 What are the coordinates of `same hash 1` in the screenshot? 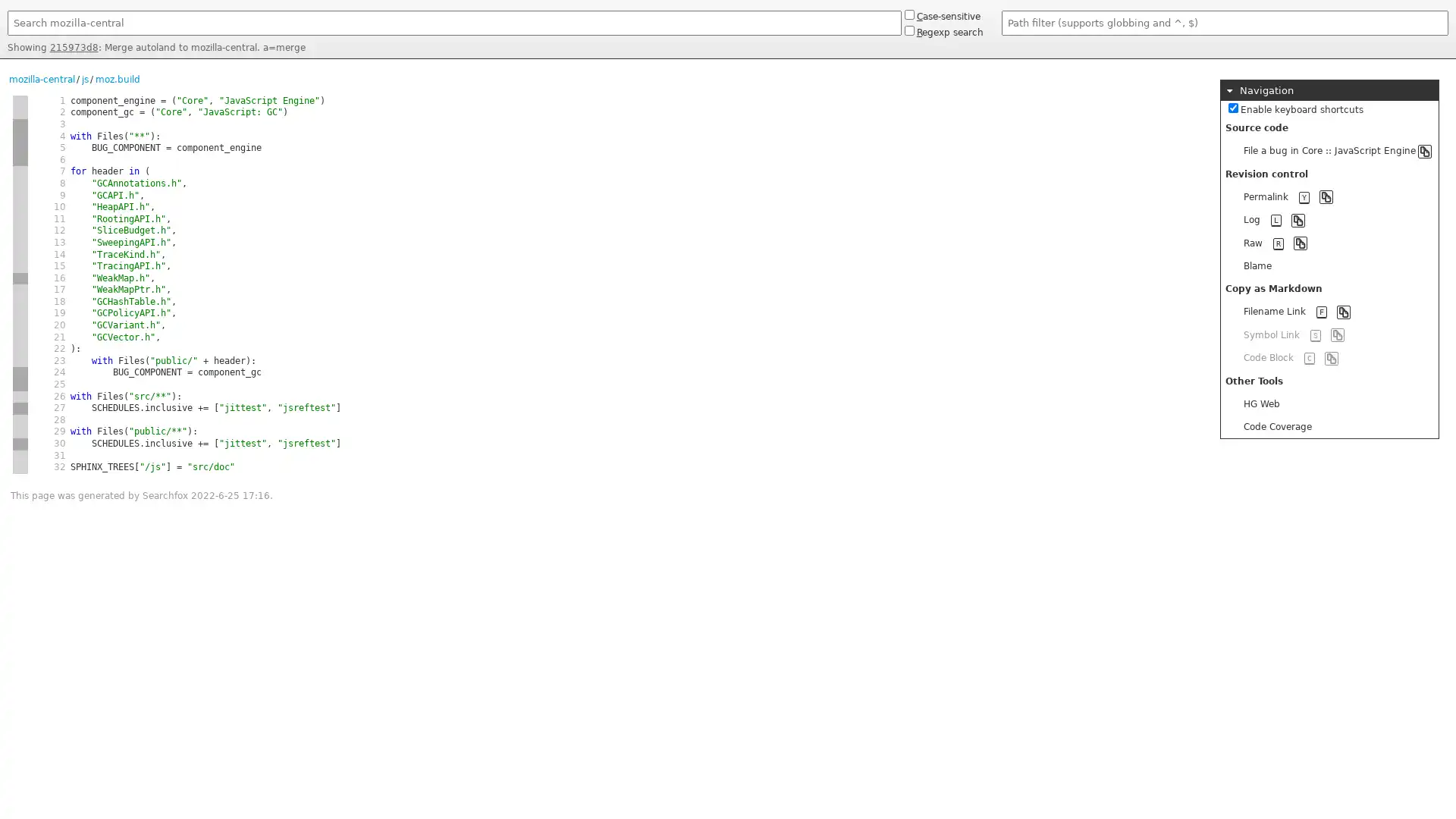 It's located at (20, 183).